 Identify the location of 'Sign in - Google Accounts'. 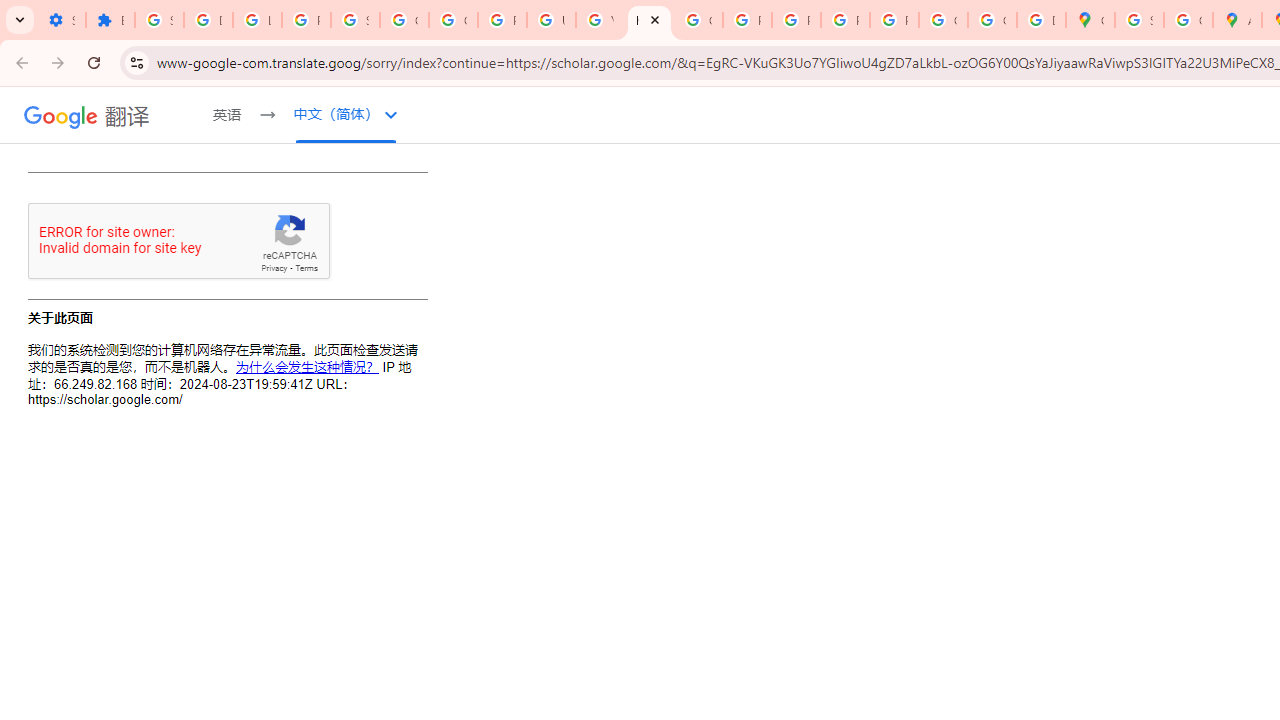
(1139, 20).